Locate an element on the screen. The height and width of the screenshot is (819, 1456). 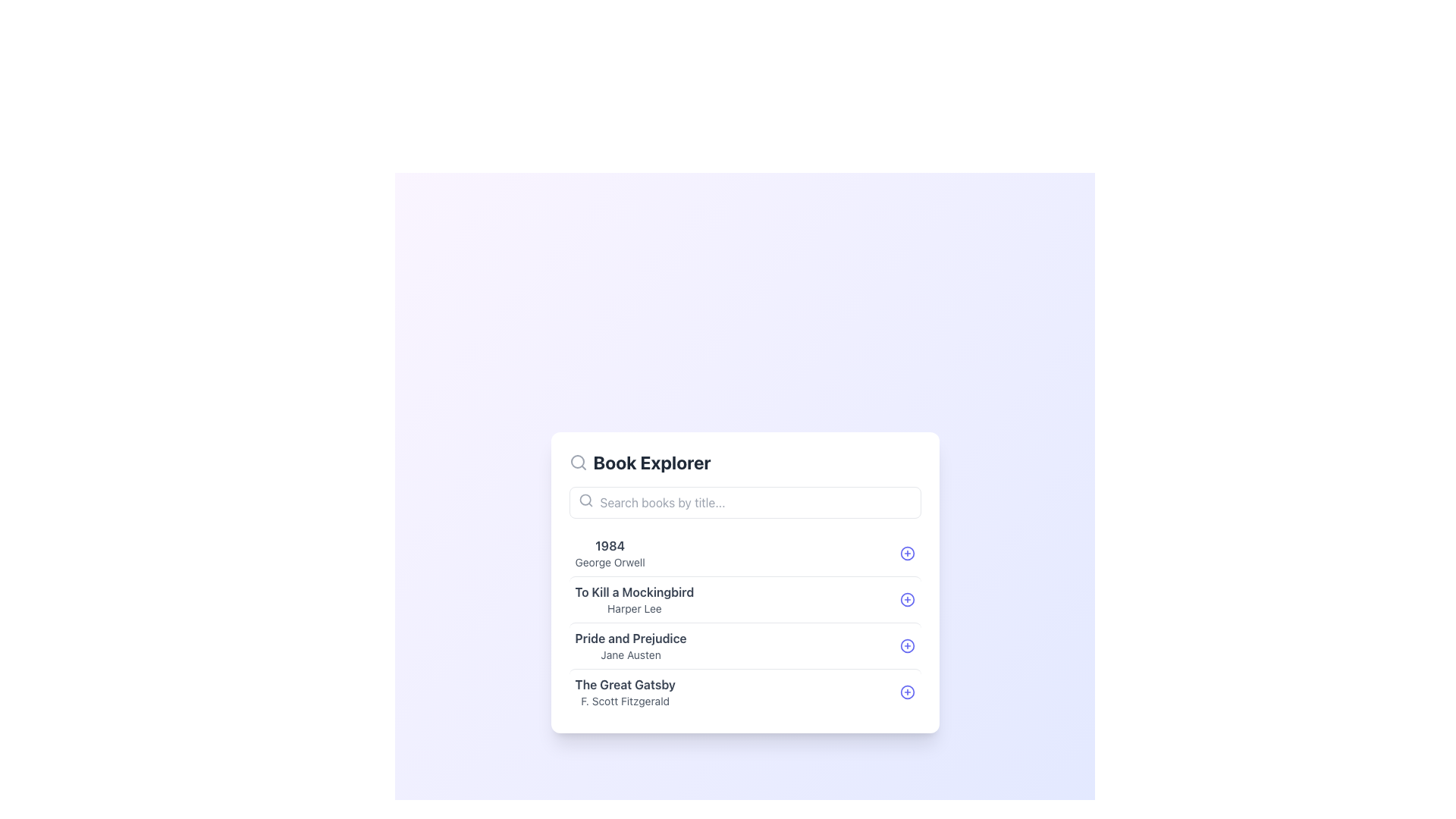
the circular indigo button icon with a plus sign located towards the right end of the row containing '1984' and 'George Orwell' is located at coordinates (907, 553).